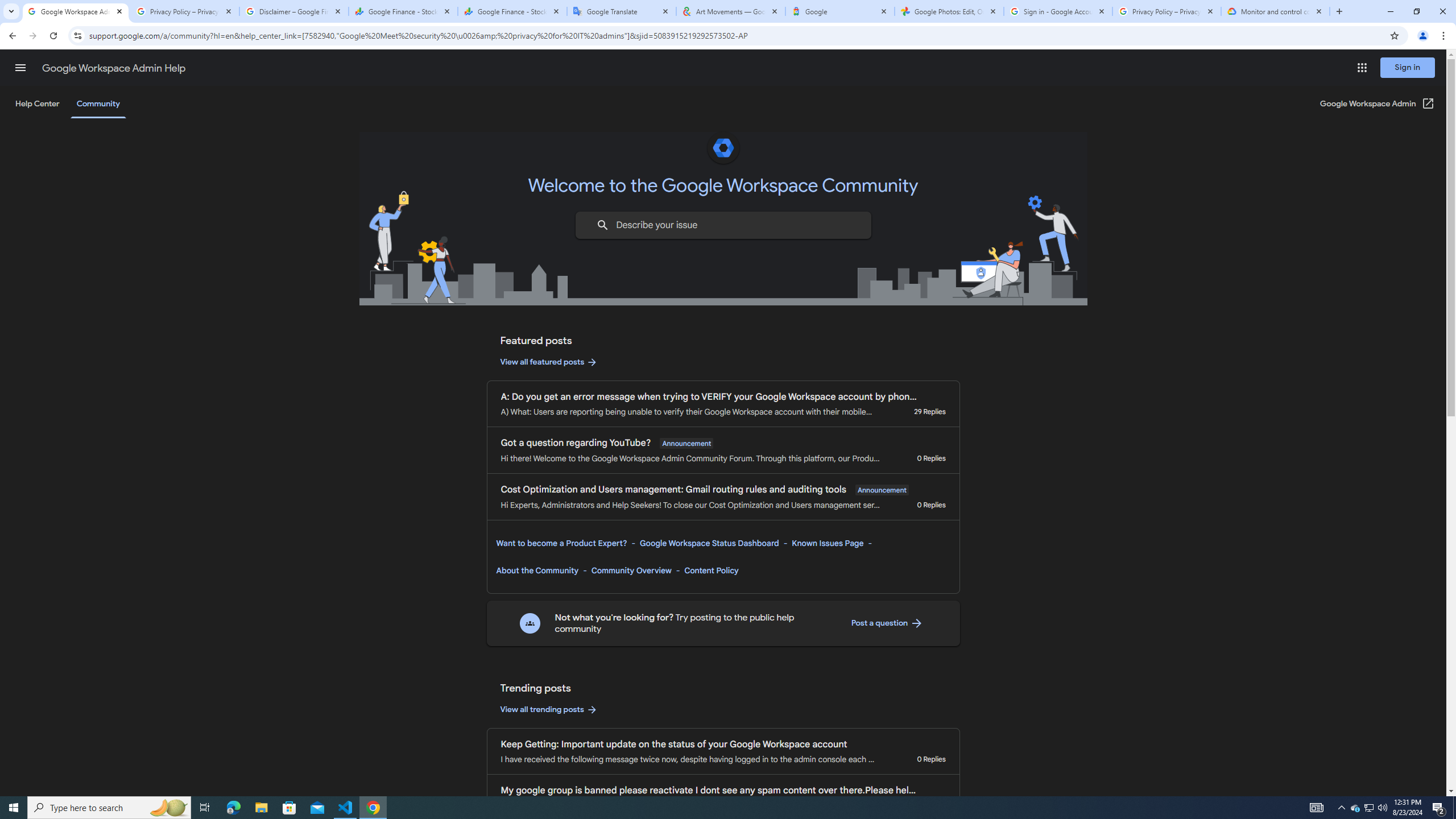  Describe the element at coordinates (37, 103) in the screenshot. I see `'Help Center'` at that location.